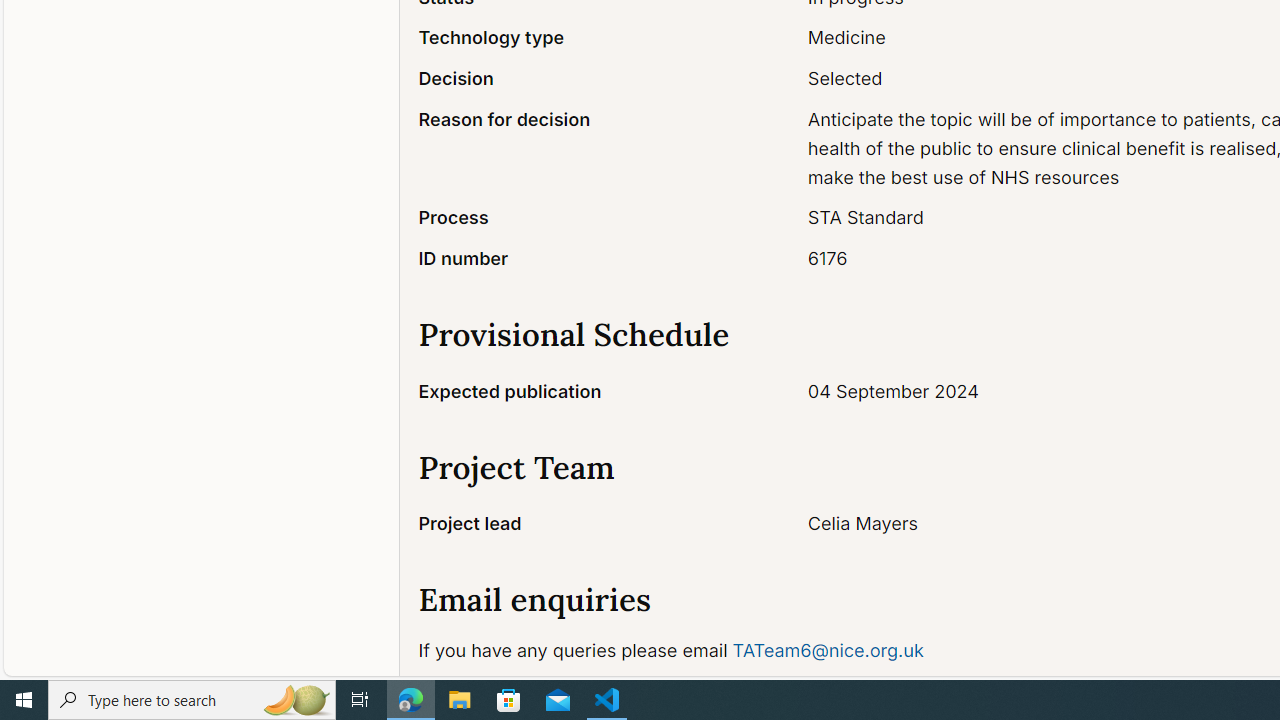 The height and width of the screenshot is (720, 1280). Describe the element at coordinates (828, 650) in the screenshot. I see `'TATeam6@nice.org.uk'` at that location.